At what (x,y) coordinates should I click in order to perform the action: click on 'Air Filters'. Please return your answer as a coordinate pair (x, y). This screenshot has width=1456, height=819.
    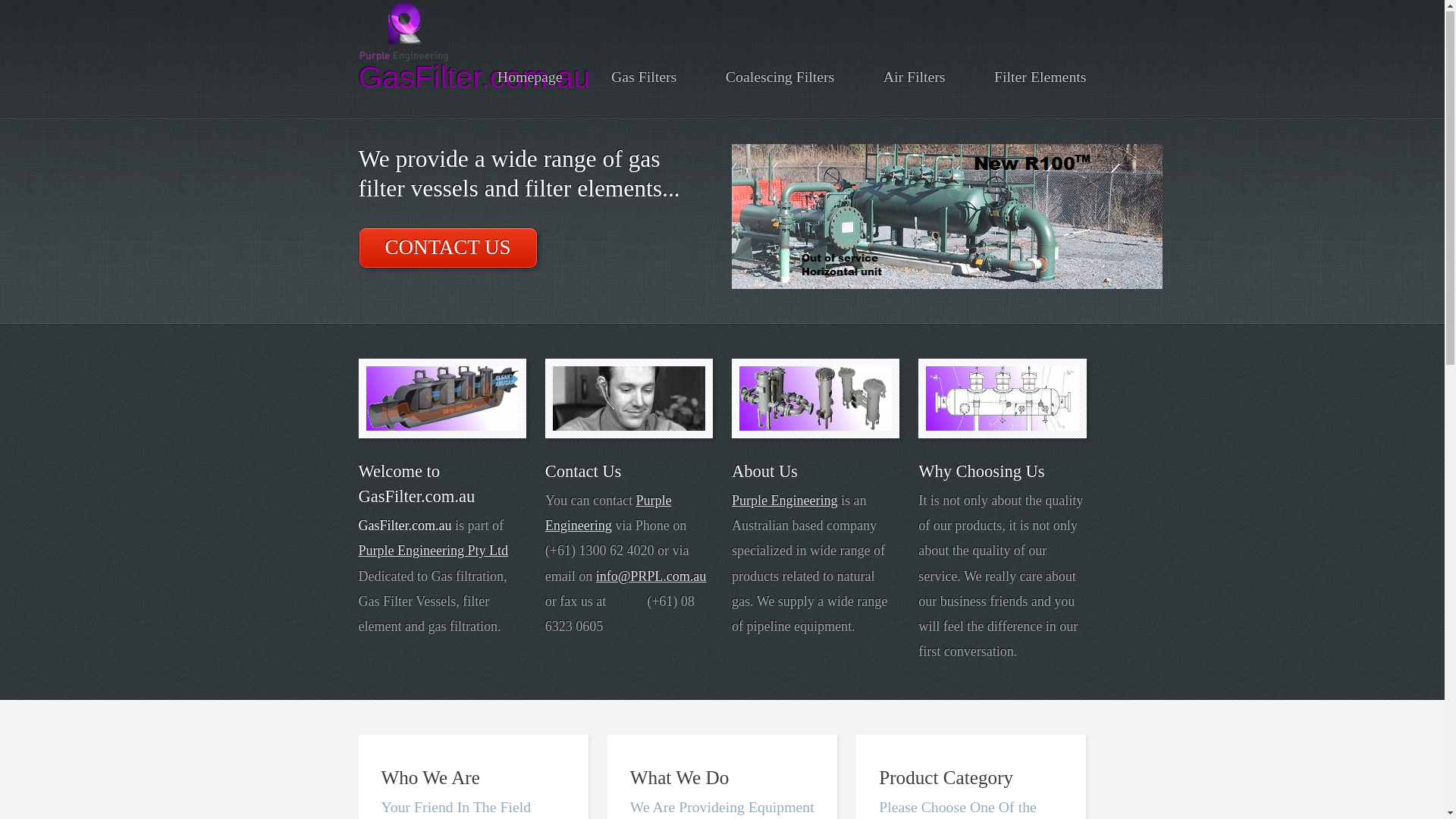
    Looking at the image, I should click on (913, 77).